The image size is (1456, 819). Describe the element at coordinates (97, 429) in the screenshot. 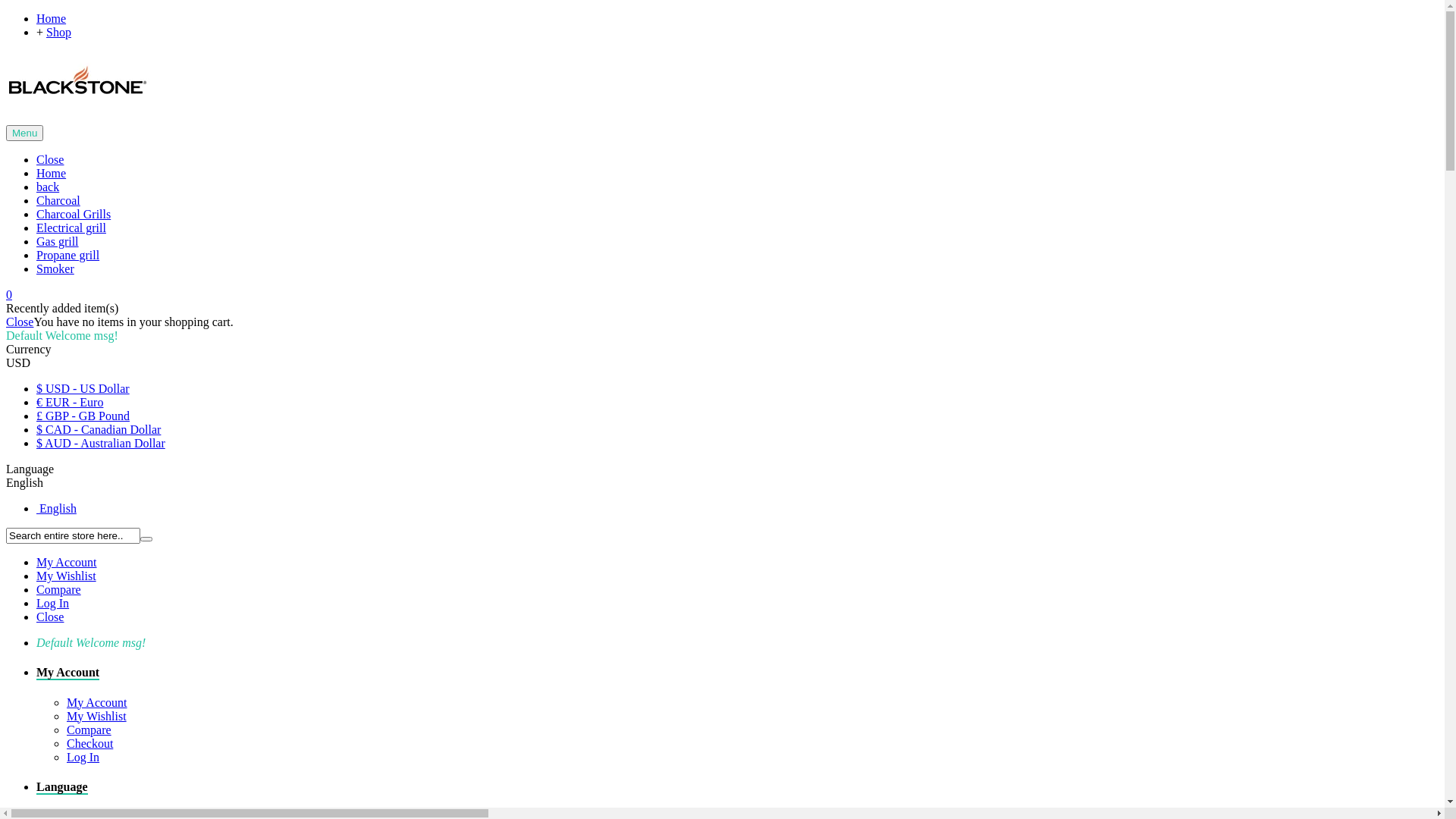

I see `'$ CAD - Canadian Dollar'` at that location.